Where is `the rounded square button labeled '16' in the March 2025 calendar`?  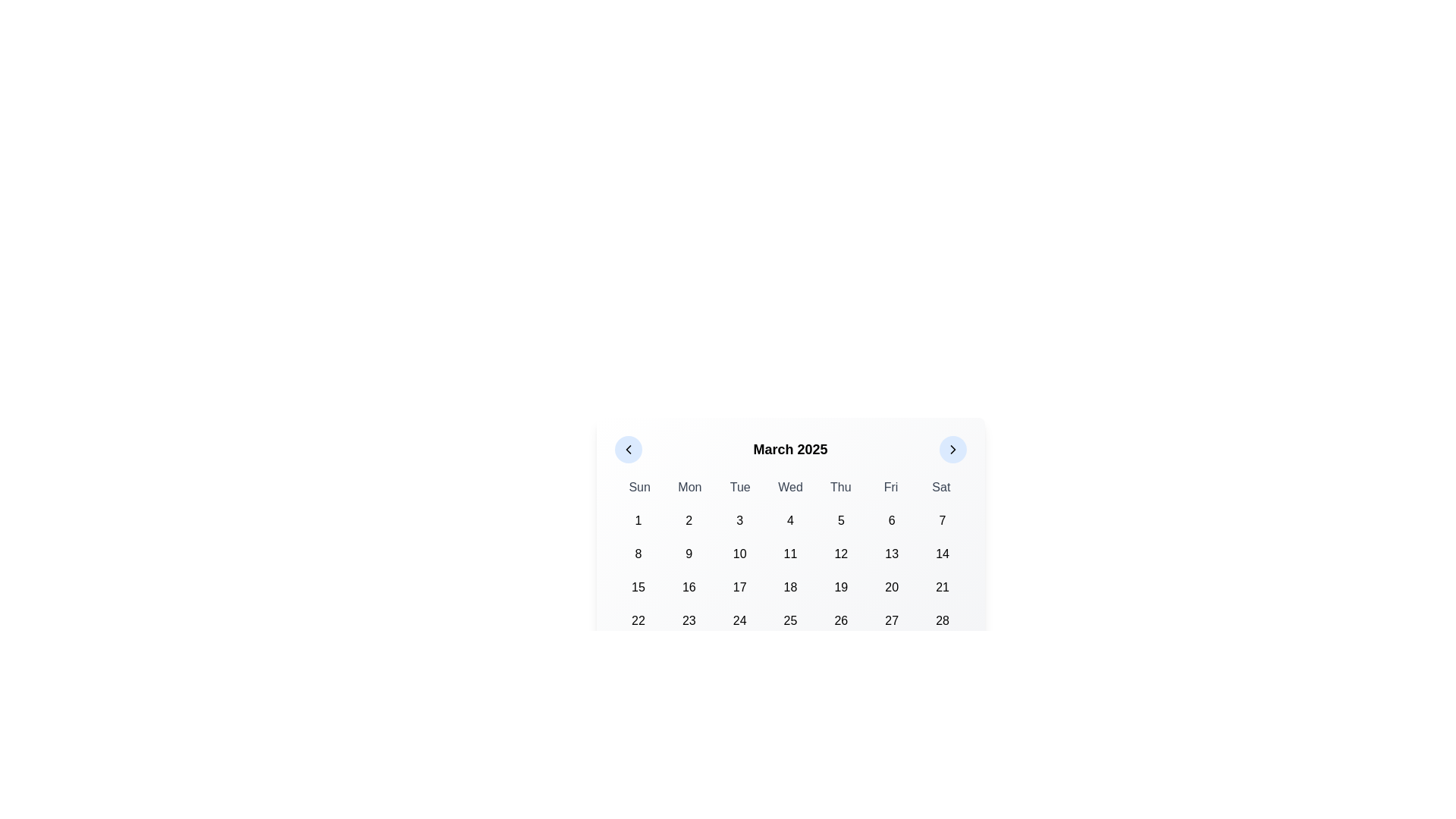 the rounded square button labeled '16' in the March 2025 calendar is located at coordinates (688, 587).